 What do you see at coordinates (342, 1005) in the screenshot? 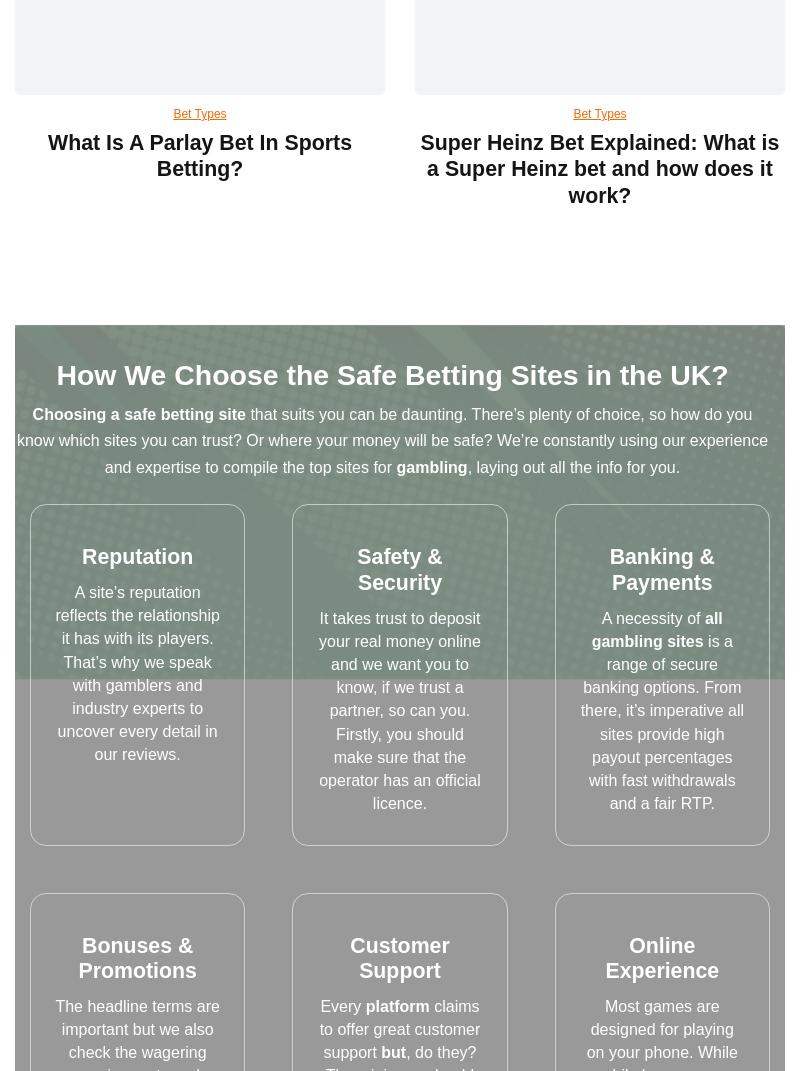
I see `'Every'` at bounding box center [342, 1005].